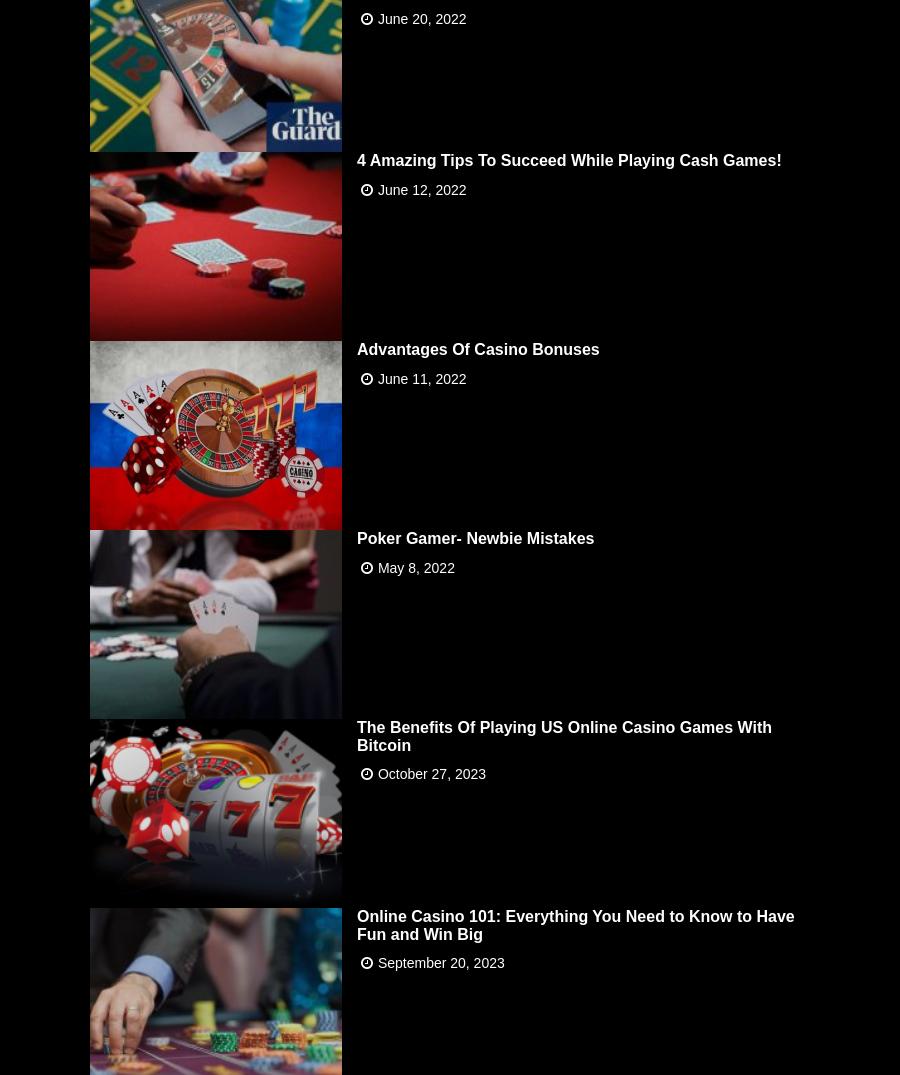 The height and width of the screenshot is (1075, 900). Describe the element at coordinates (440, 962) in the screenshot. I see `'September 20, 2023'` at that location.